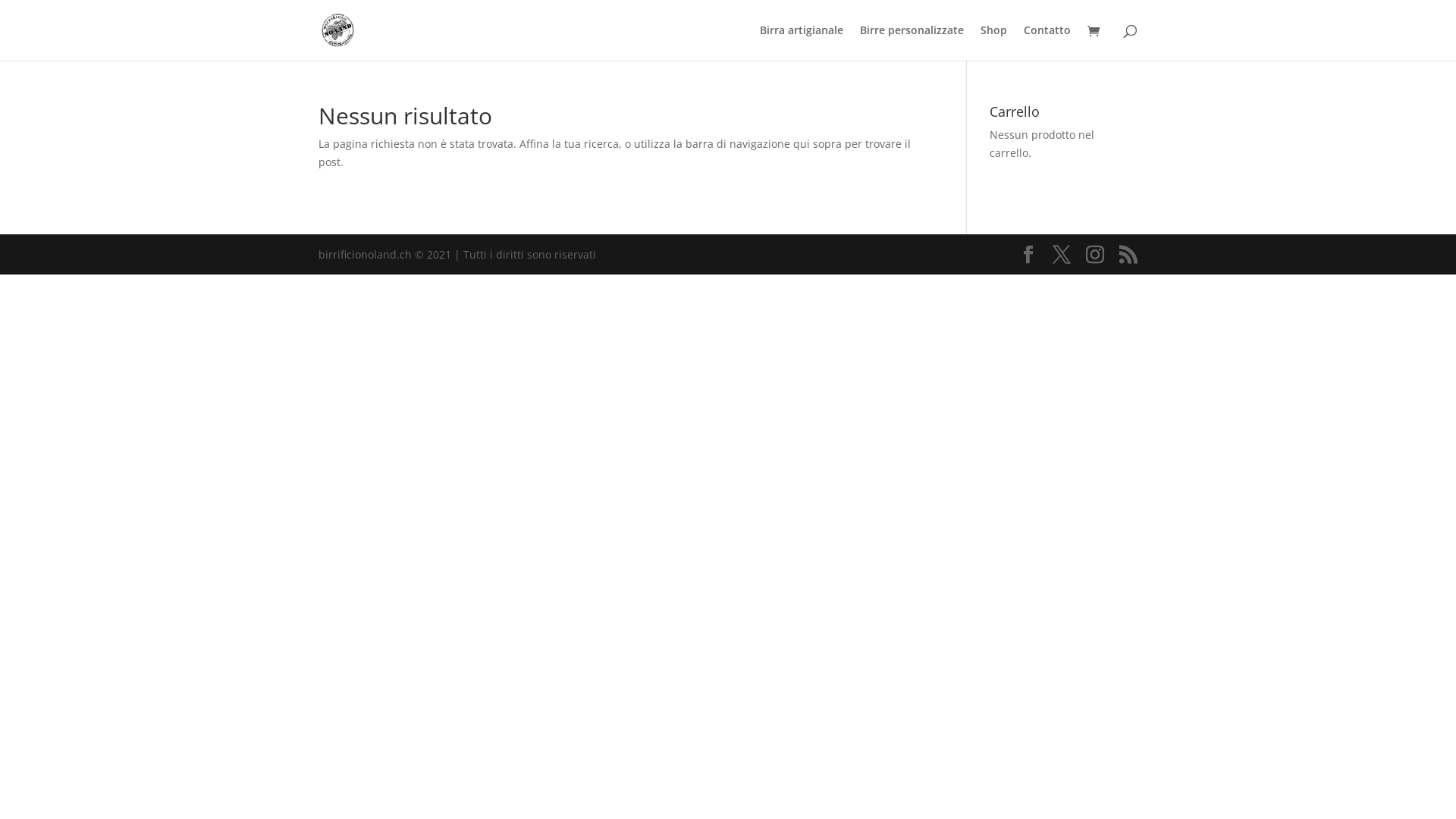  What do you see at coordinates (993, 42) in the screenshot?
I see `'Shop'` at bounding box center [993, 42].